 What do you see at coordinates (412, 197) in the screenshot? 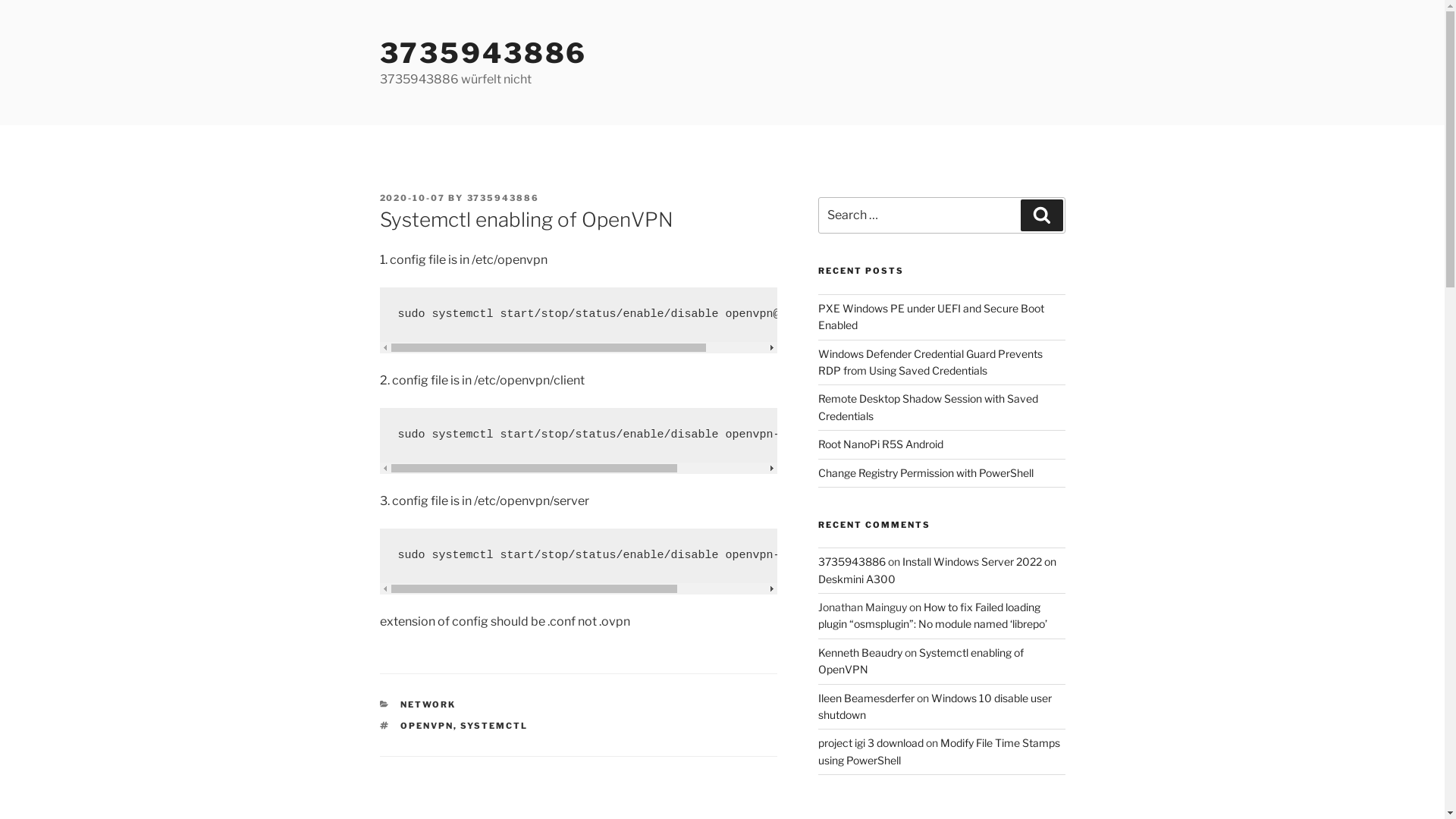
I see `'2020-10-07'` at bounding box center [412, 197].